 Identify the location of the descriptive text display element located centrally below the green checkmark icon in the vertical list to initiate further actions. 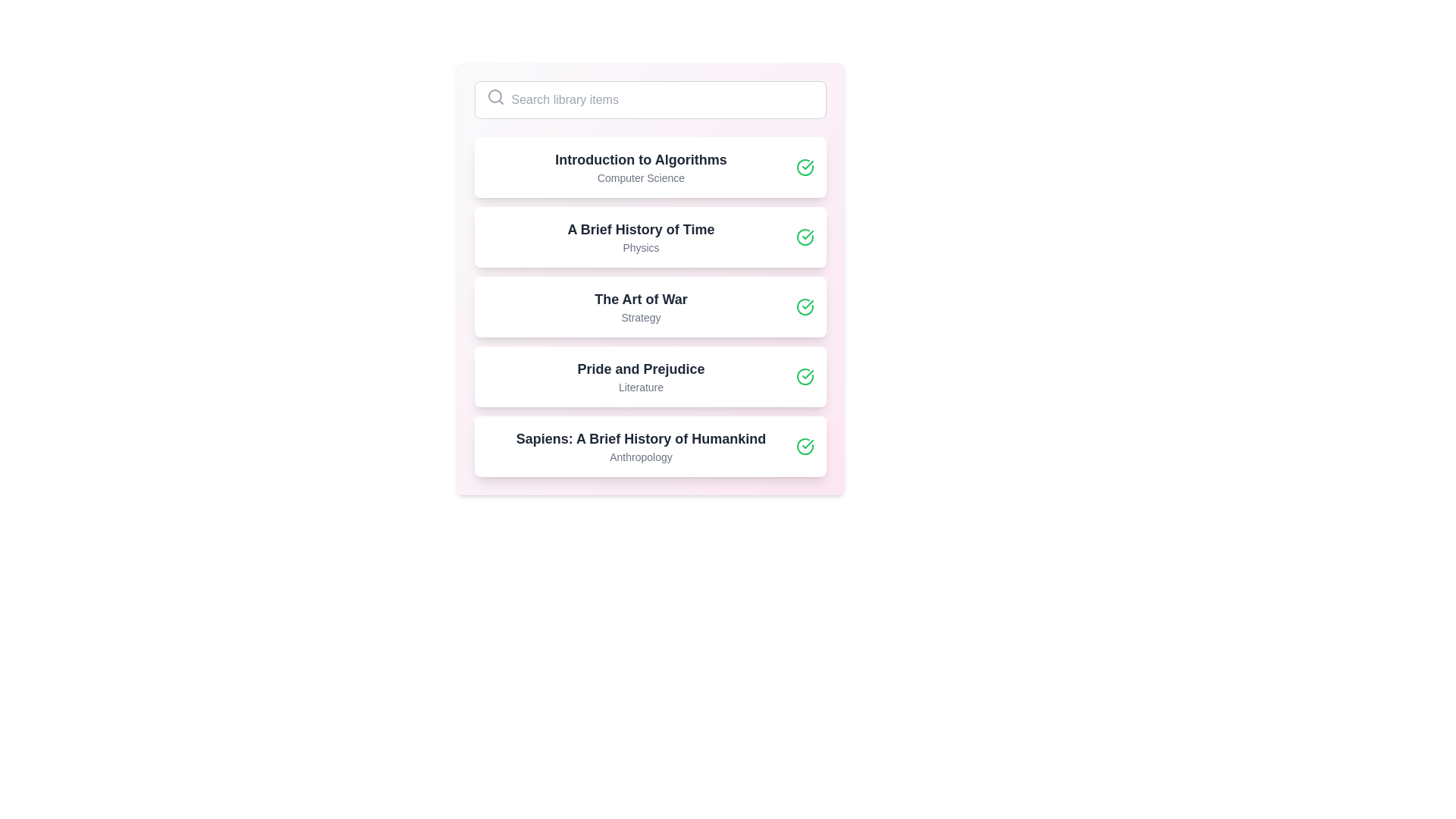
(641, 376).